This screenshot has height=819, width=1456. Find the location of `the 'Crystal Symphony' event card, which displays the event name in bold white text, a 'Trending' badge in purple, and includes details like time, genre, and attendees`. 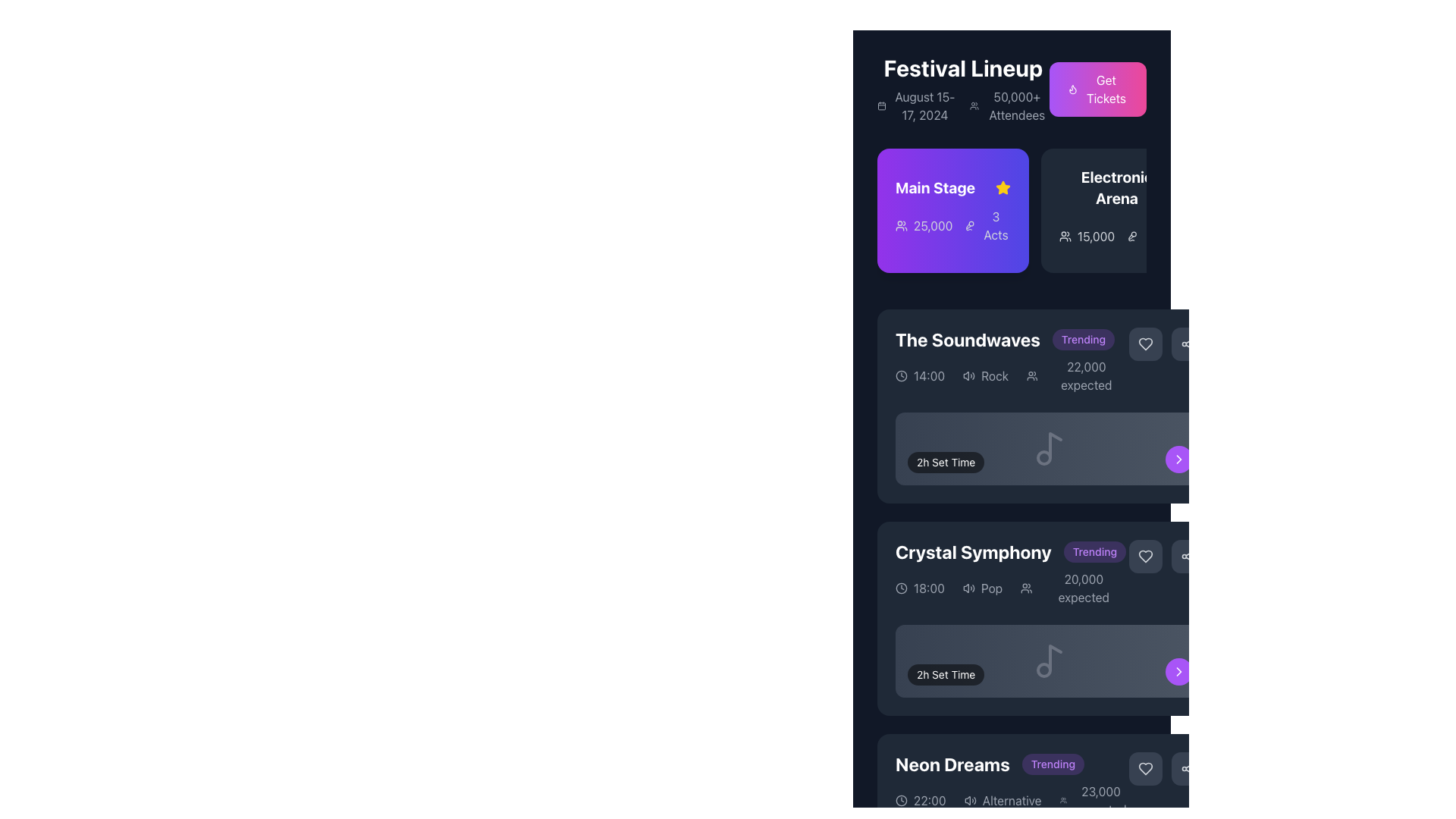

the 'Crystal Symphony' event card, which displays the event name in bold white text, a 'Trending' badge in purple, and includes details like time, genre, and attendees is located at coordinates (1049, 619).